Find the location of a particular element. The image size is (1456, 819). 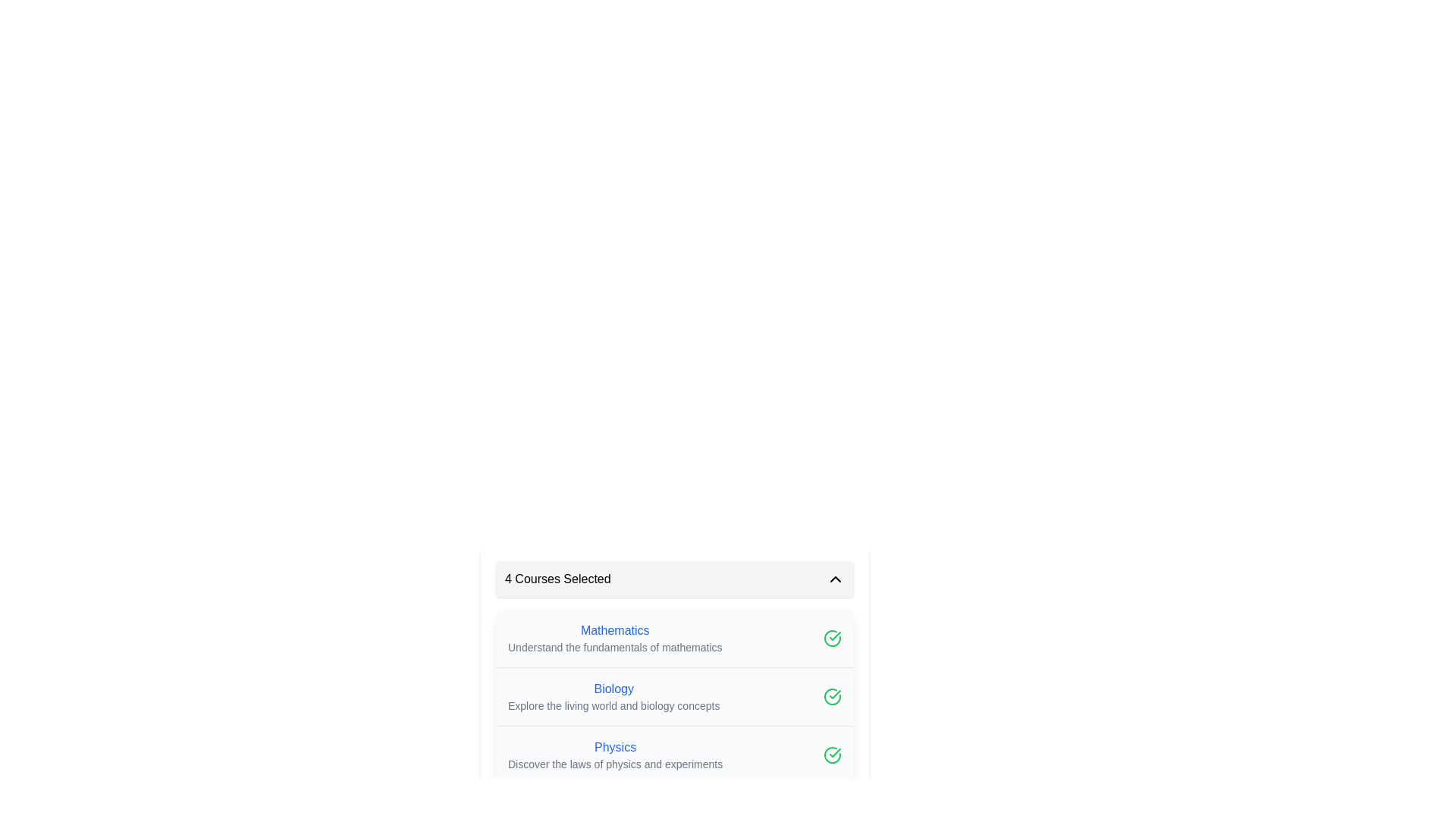

the 'Physics' text label, which is a clickable item displayed in blue font below the 'Biology' course heading in the list of courses is located at coordinates (615, 747).